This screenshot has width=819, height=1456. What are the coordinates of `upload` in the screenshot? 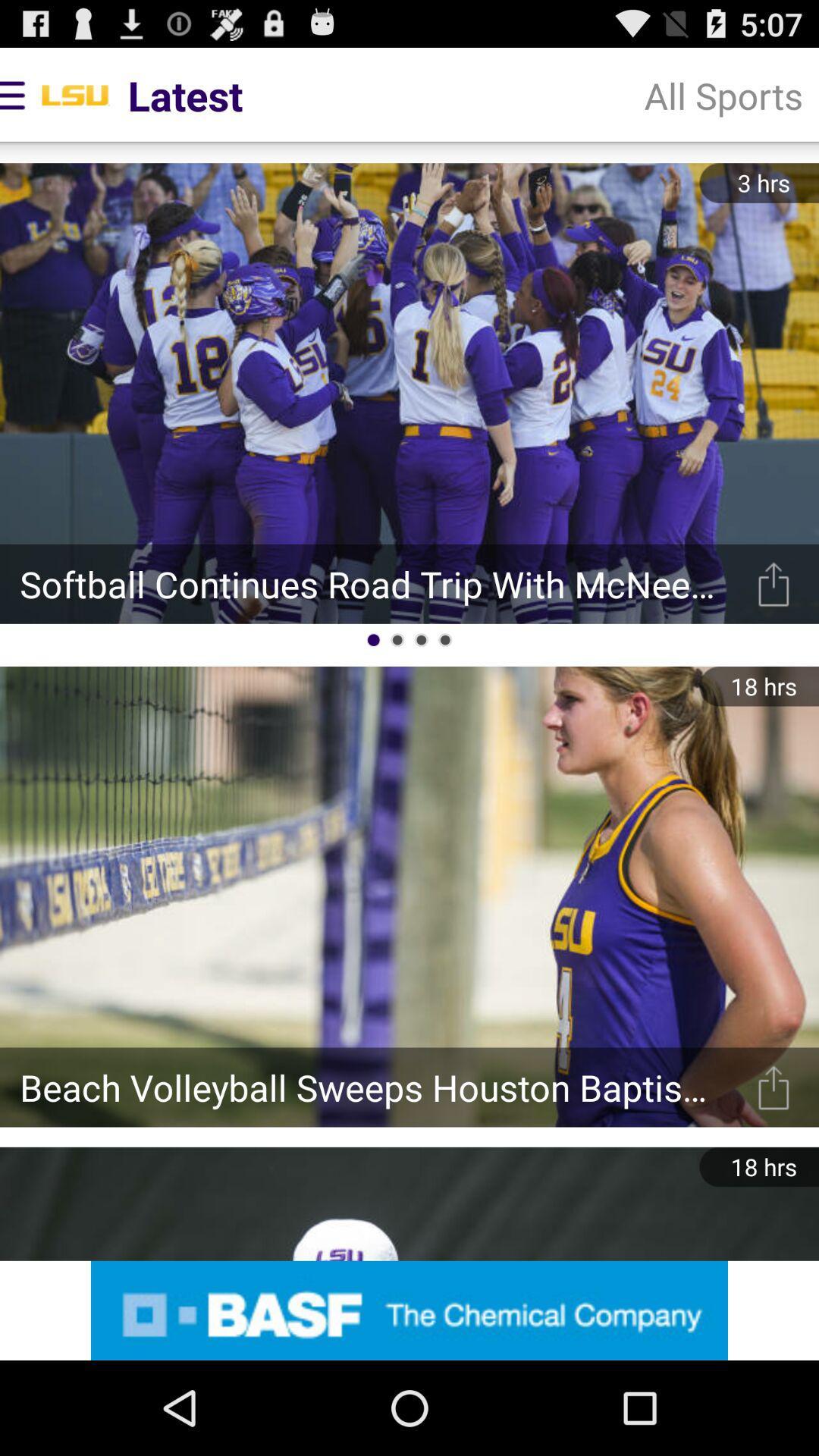 It's located at (773, 1087).